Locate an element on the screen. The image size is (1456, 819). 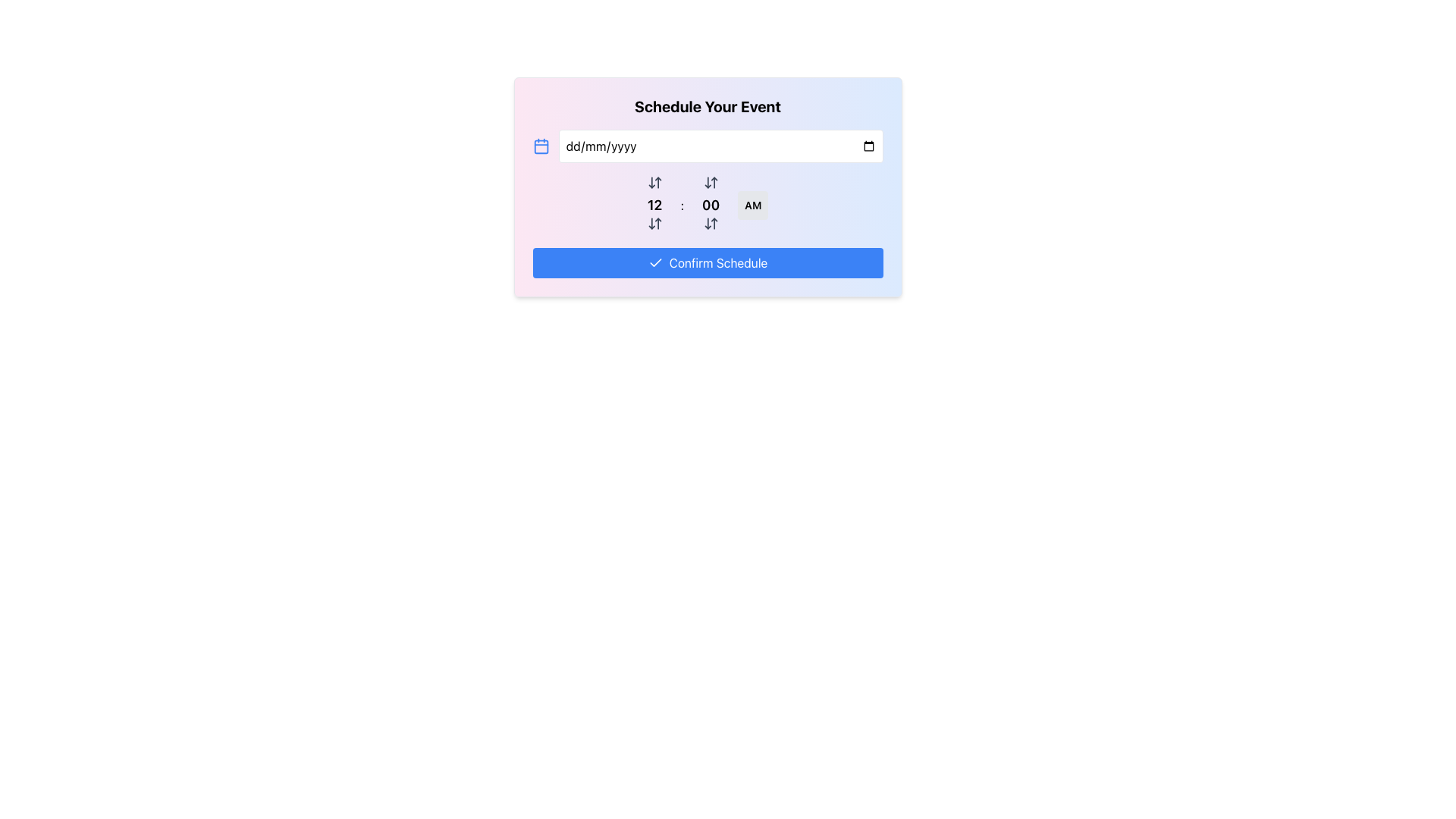
the text label button displaying 'AM' with a light gray background and rounded borders, located to the right of the minute field in the time input section is located at coordinates (753, 205).